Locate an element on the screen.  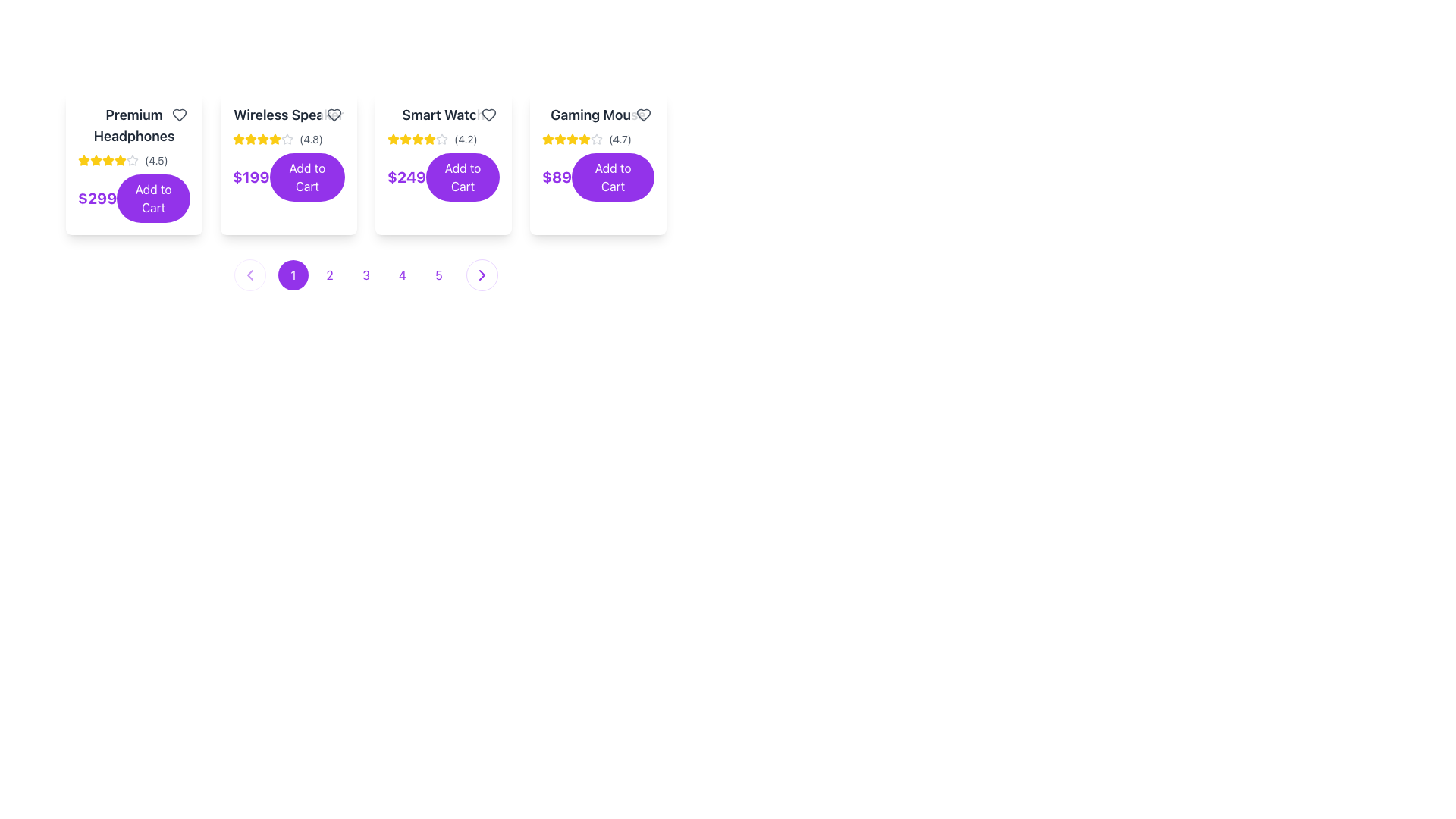
the 5th star icon in the star rating system of the 'Wireless Speaker' product card, indicating a rating gap to a perfect score is located at coordinates (287, 140).